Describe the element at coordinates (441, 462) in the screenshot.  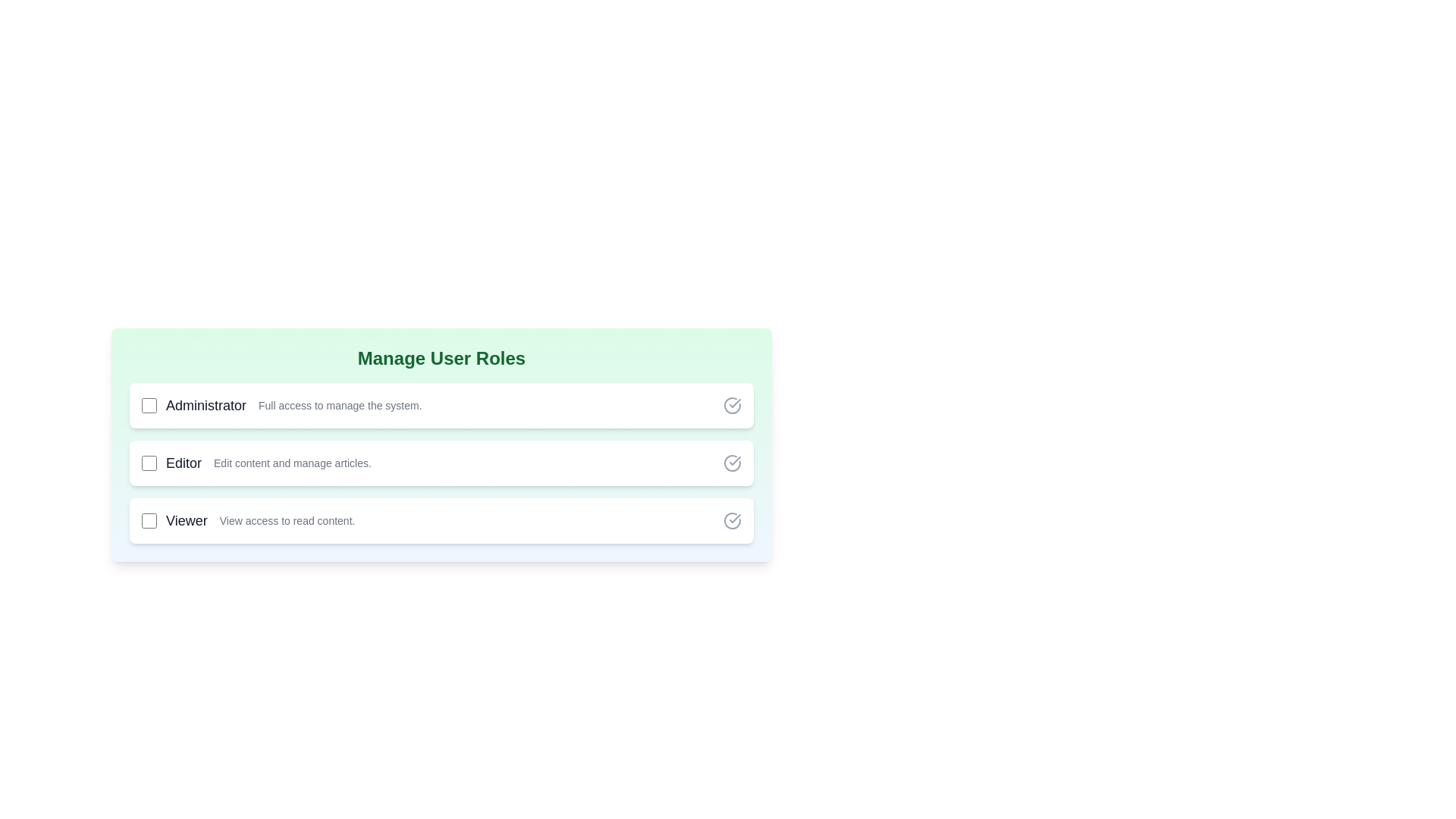
I see `the role Editor to reveal the hover effect` at that location.